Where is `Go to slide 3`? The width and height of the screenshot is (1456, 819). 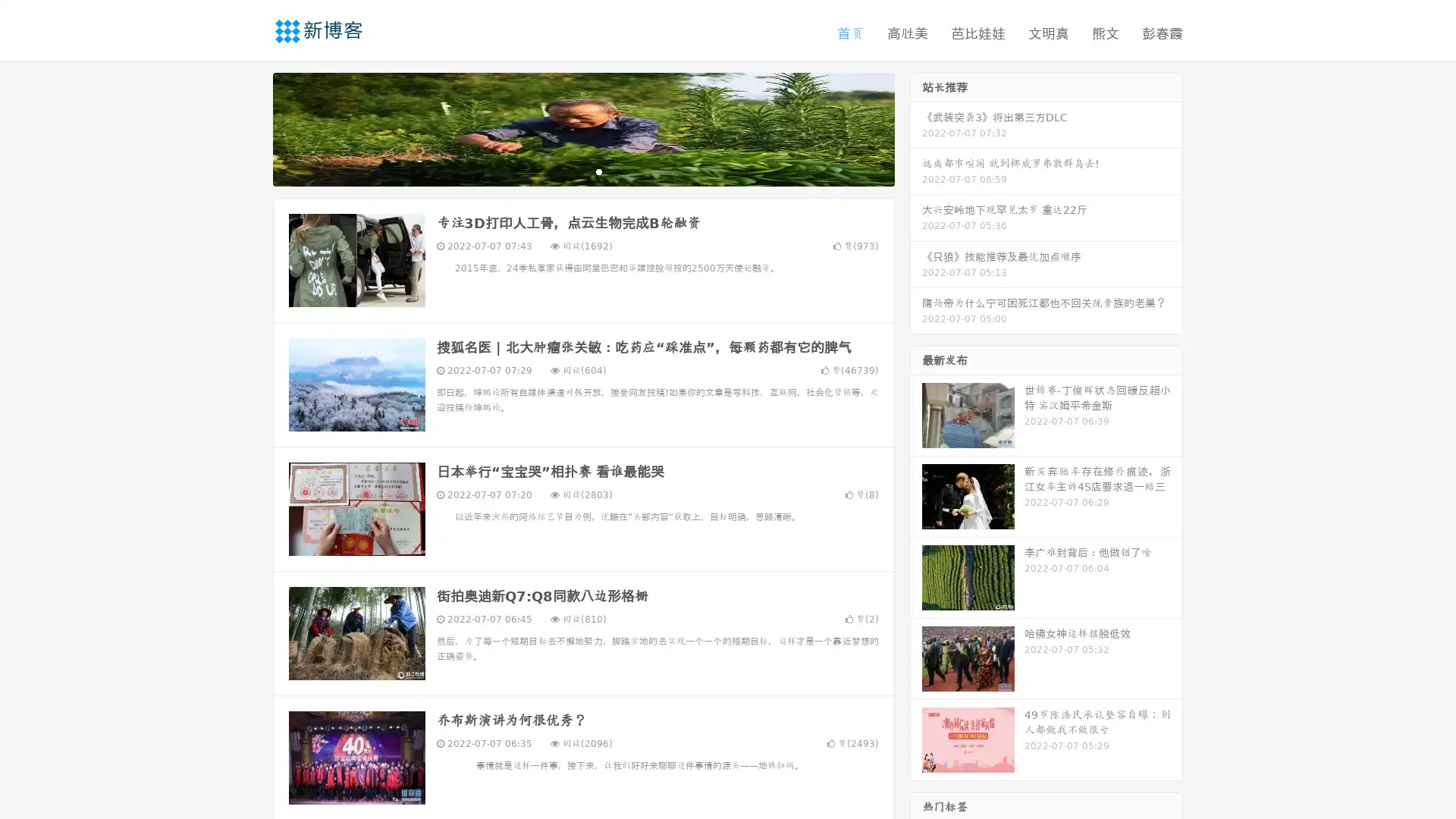
Go to slide 3 is located at coordinates (598, 171).